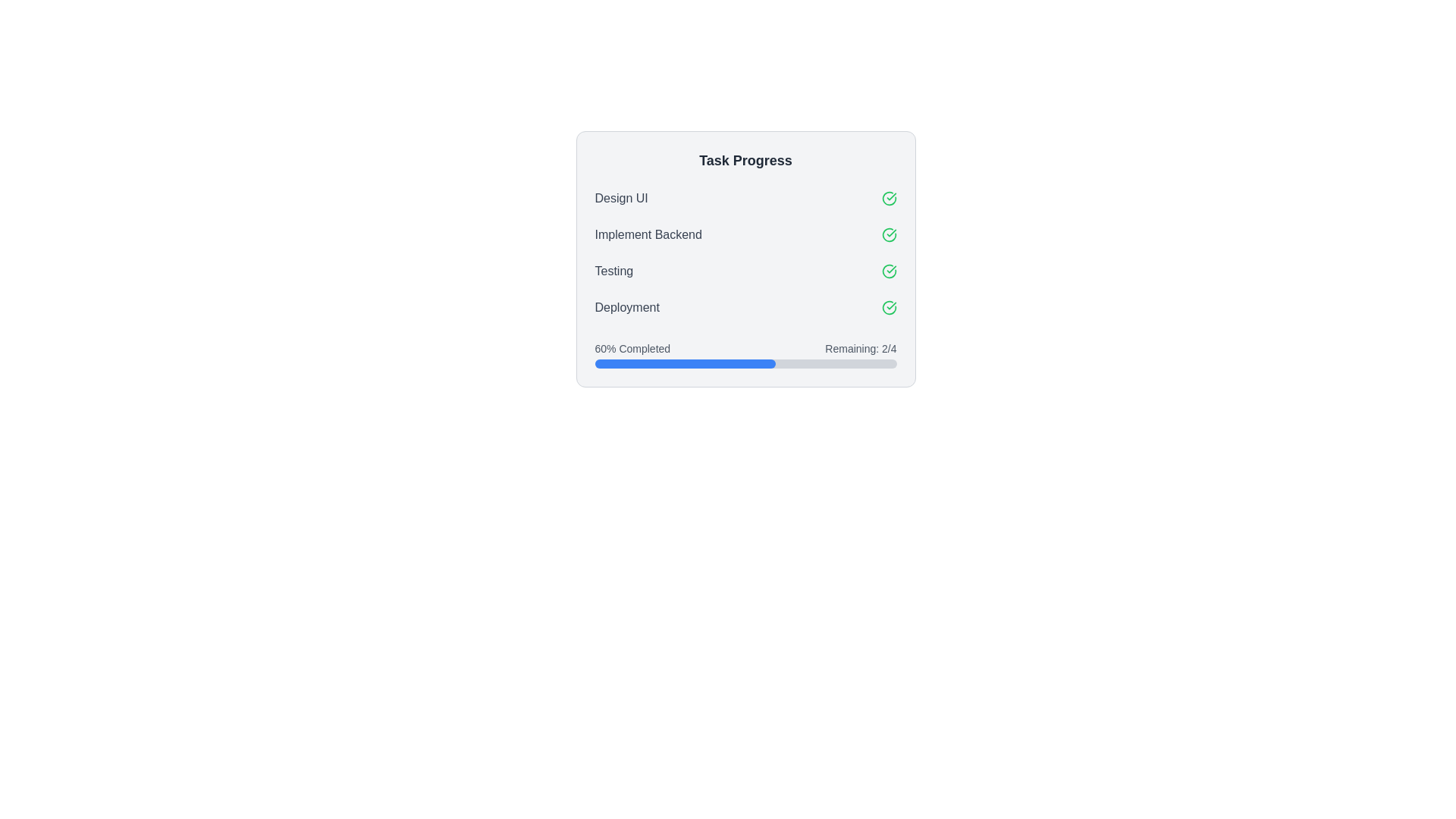 Image resolution: width=1456 pixels, height=819 pixels. What do you see at coordinates (648, 234) in the screenshot?
I see `the text label reading 'Implement Backend', which is the second item` at bounding box center [648, 234].